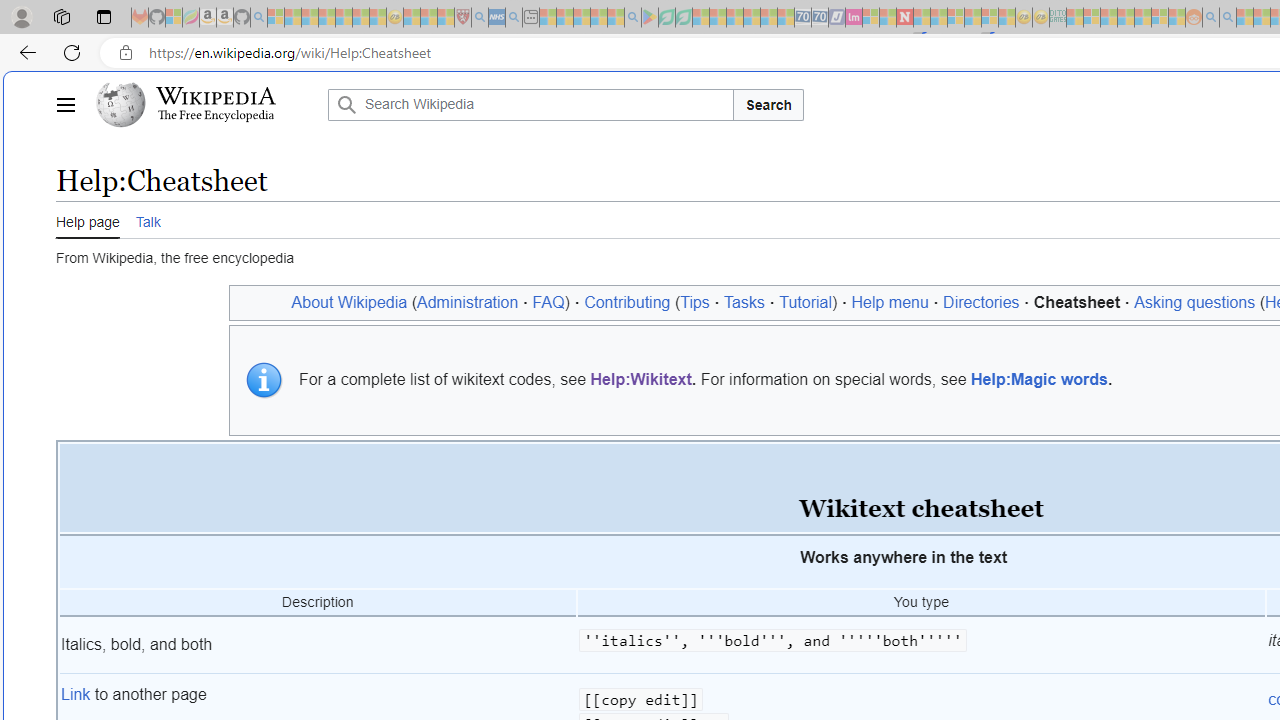 This screenshot has height=720, width=1280. I want to click on 'FAQ', so click(548, 302).